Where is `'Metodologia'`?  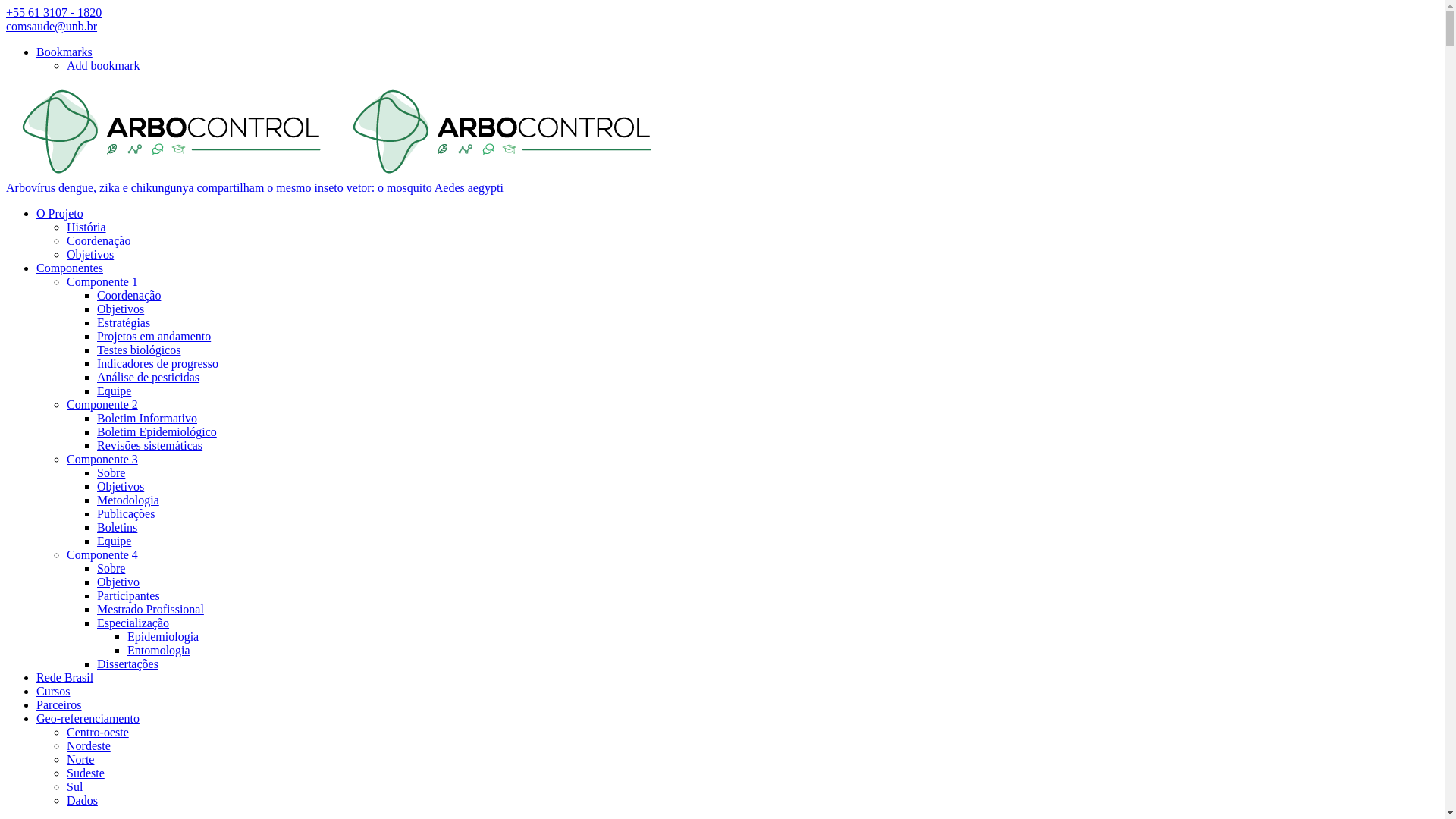 'Metodologia' is located at coordinates (127, 500).